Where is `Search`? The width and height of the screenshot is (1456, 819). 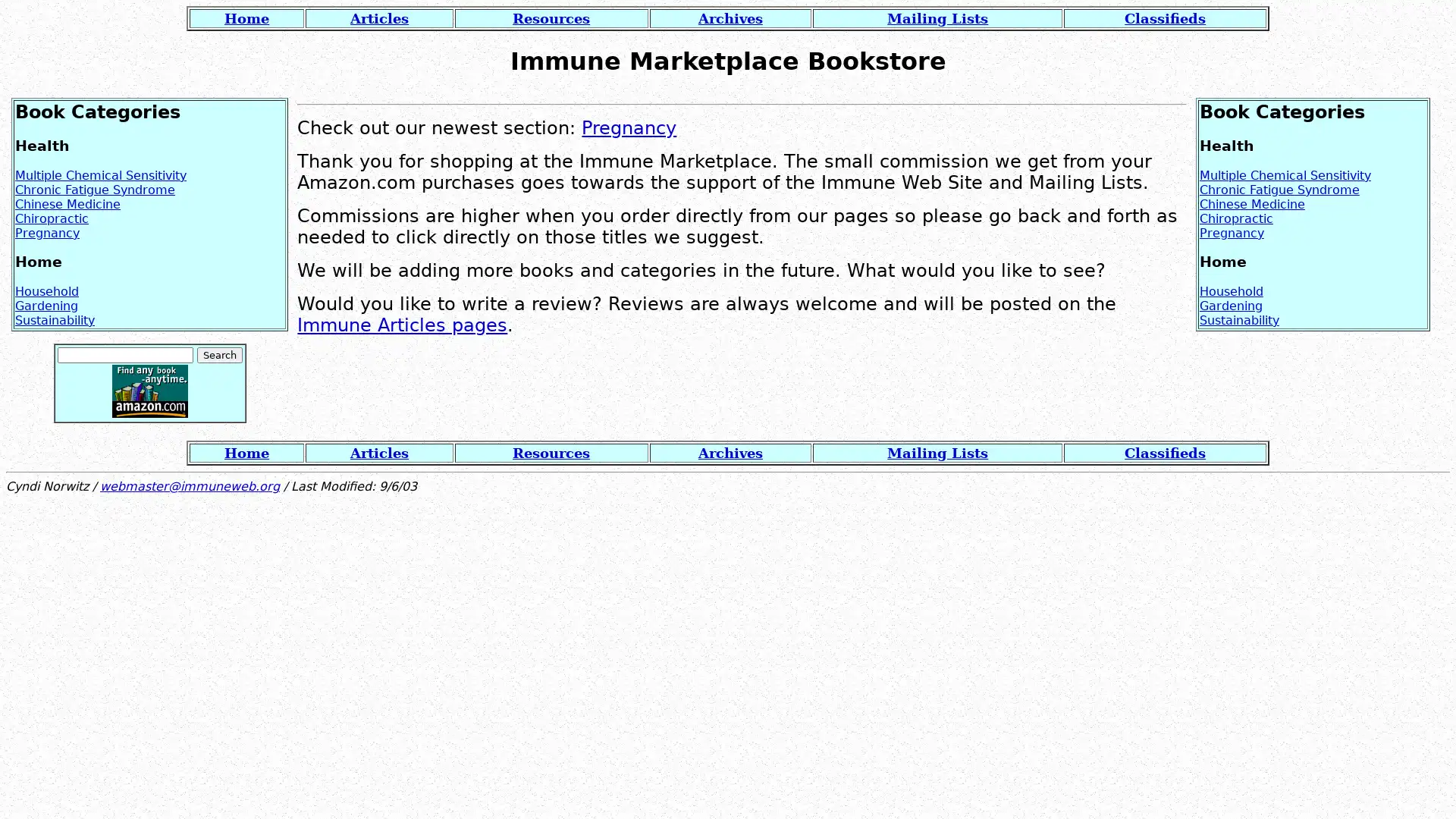
Search is located at coordinates (218, 354).